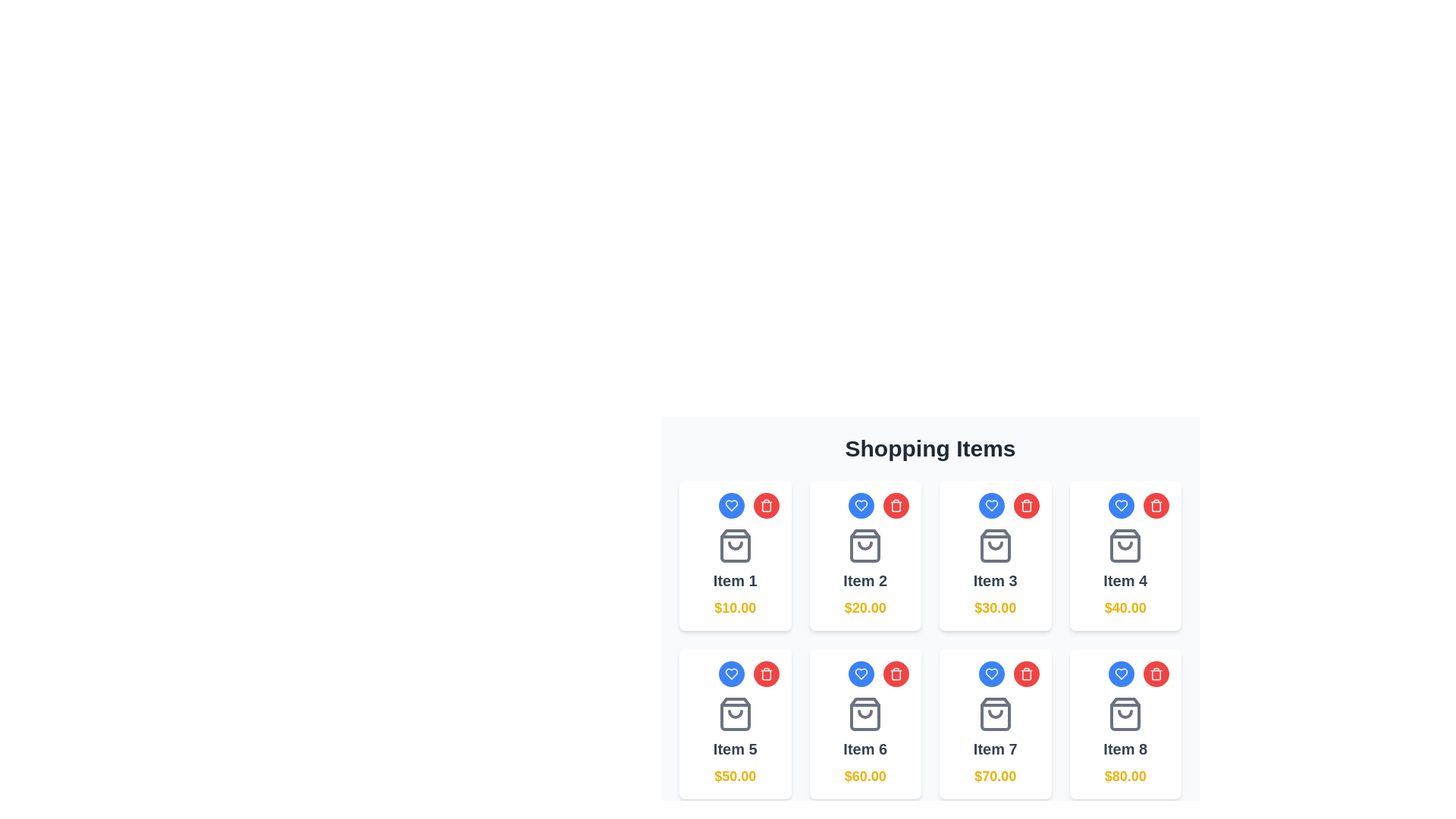 The width and height of the screenshot is (1456, 819). Describe the element at coordinates (865, 714) in the screenshot. I see `the decorative icon representing the shopping item in the card labeled 'Item 6' located in the second row, second column of the grid` at that location.